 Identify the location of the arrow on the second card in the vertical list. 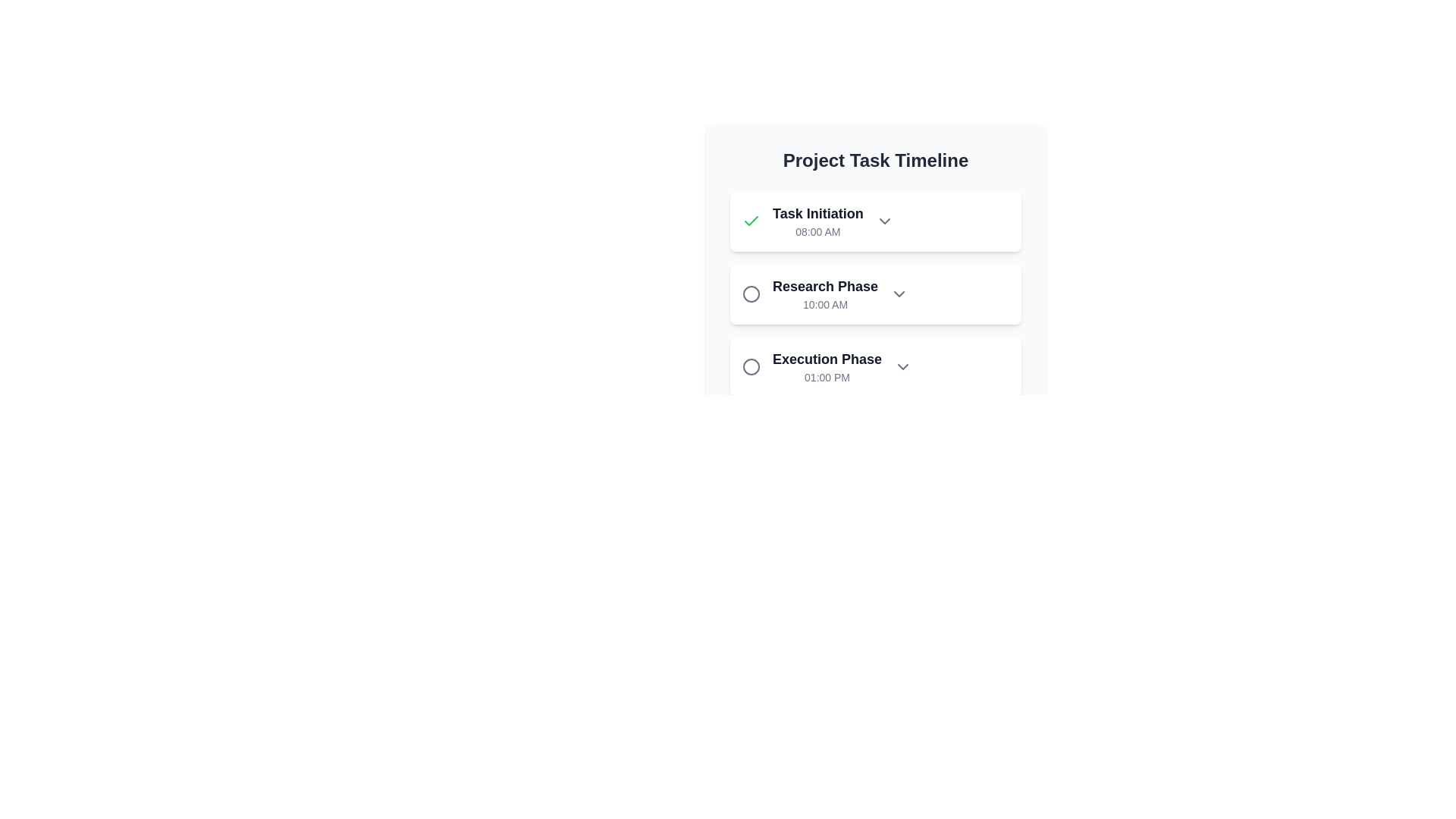
(876, 271).